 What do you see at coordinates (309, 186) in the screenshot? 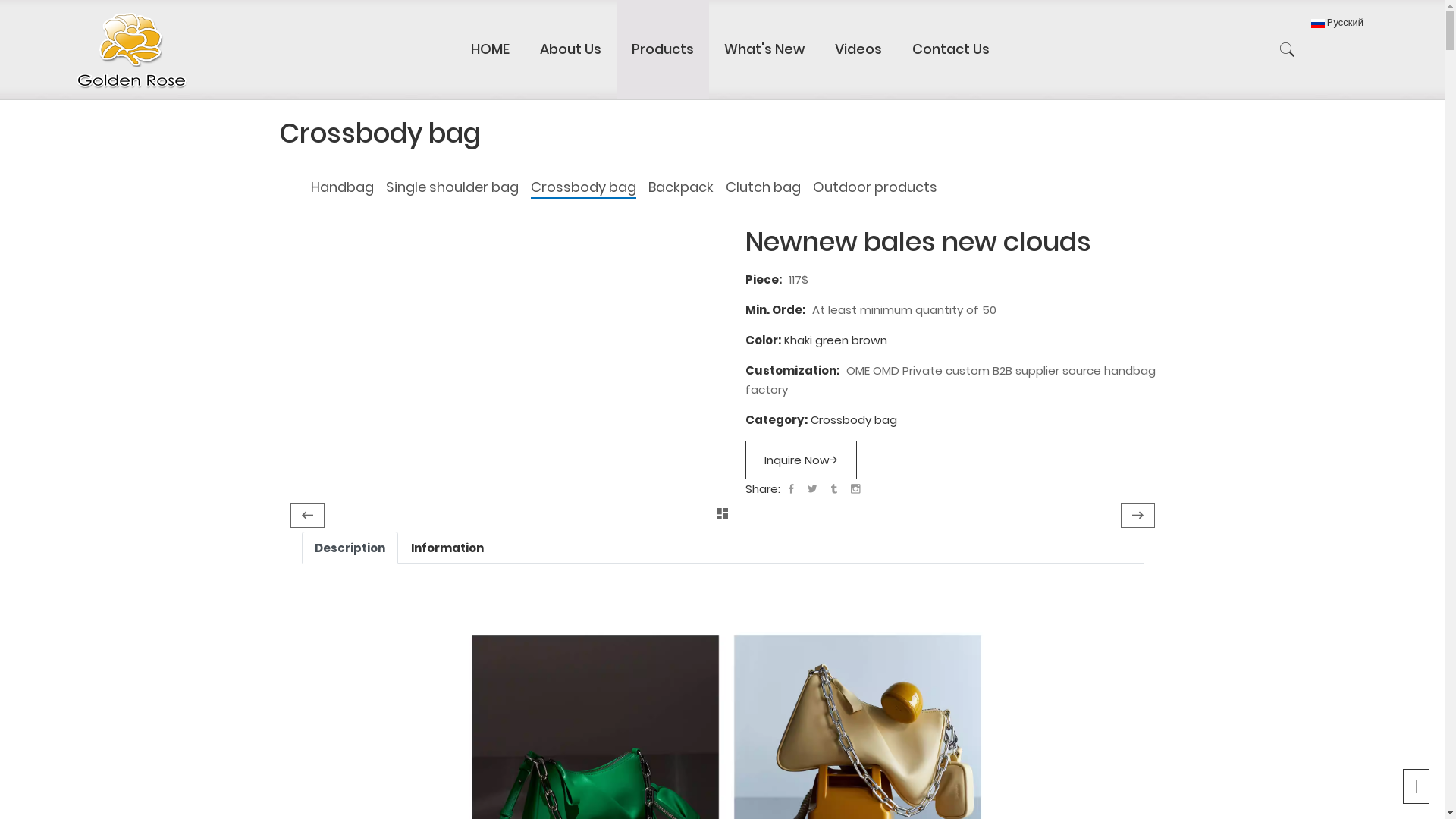
I see `'Handbag'` at bounding box center [309, 186].